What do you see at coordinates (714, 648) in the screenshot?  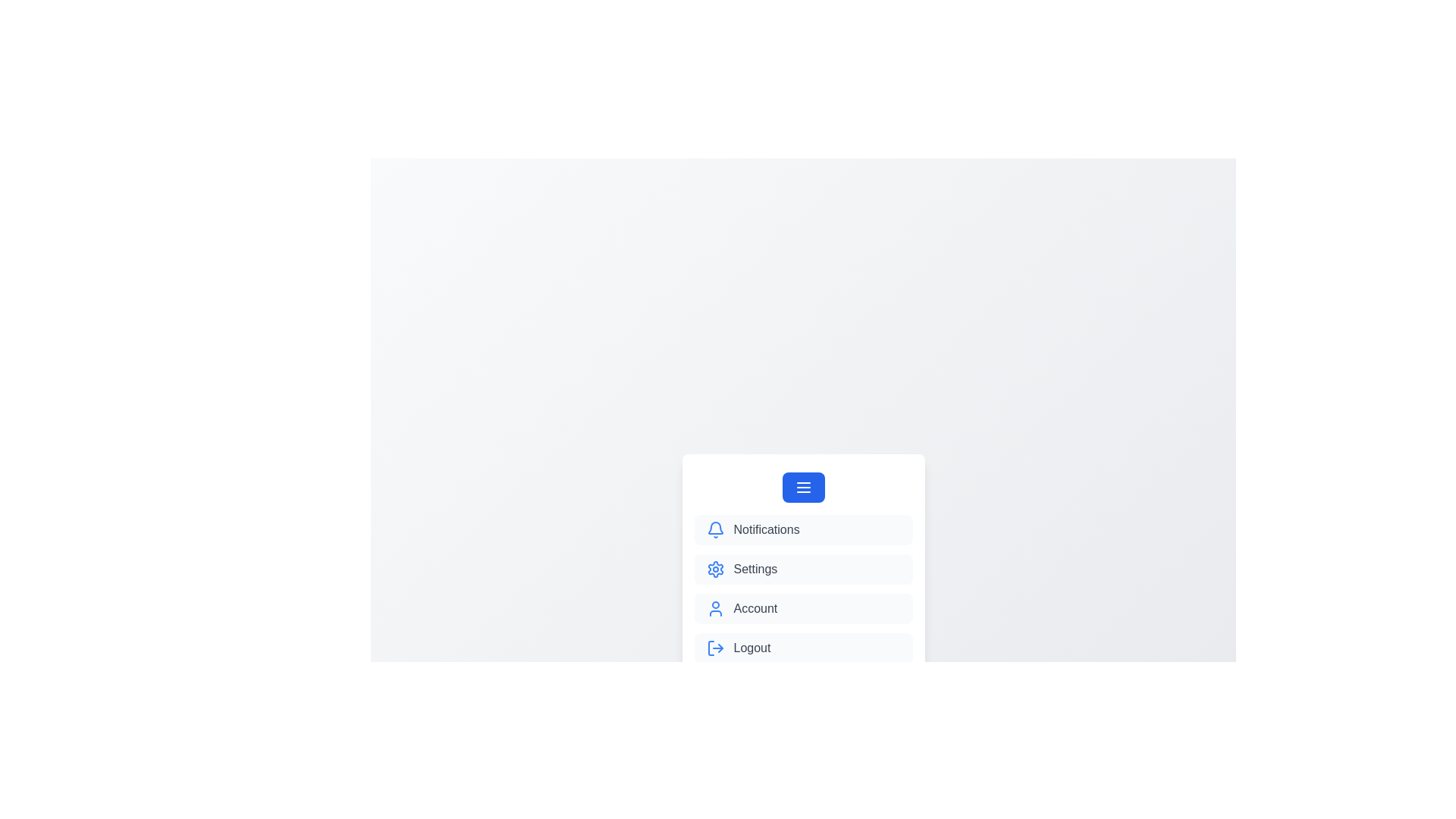 I see `the menu option corresponding to Logout by clicking on its icon` at bounding box center [714, 648].